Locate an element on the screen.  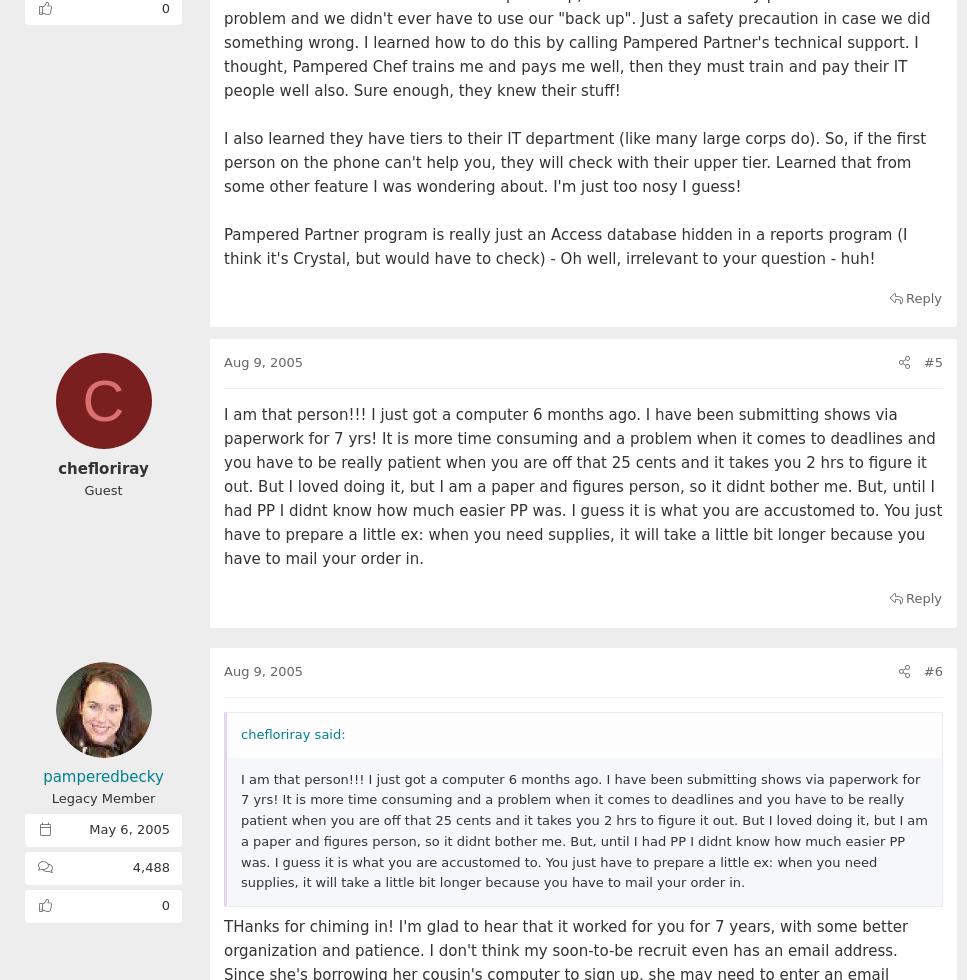
'4,488' is located at coordinates (151, 867).